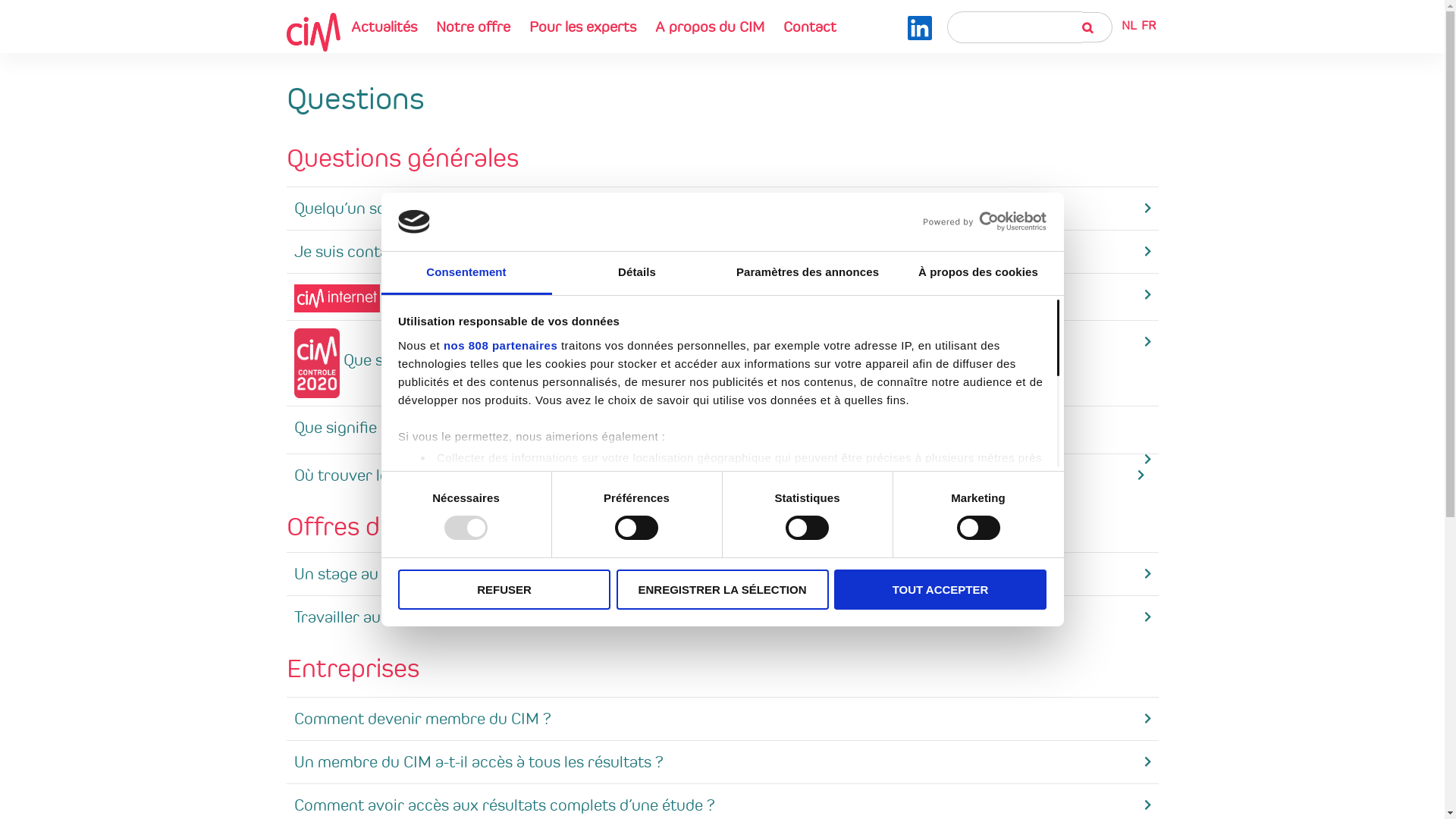  What do you see at coordinates (1128, 25) in the screenshot?
I see `'NL'` at bounding box center [1128, 25].